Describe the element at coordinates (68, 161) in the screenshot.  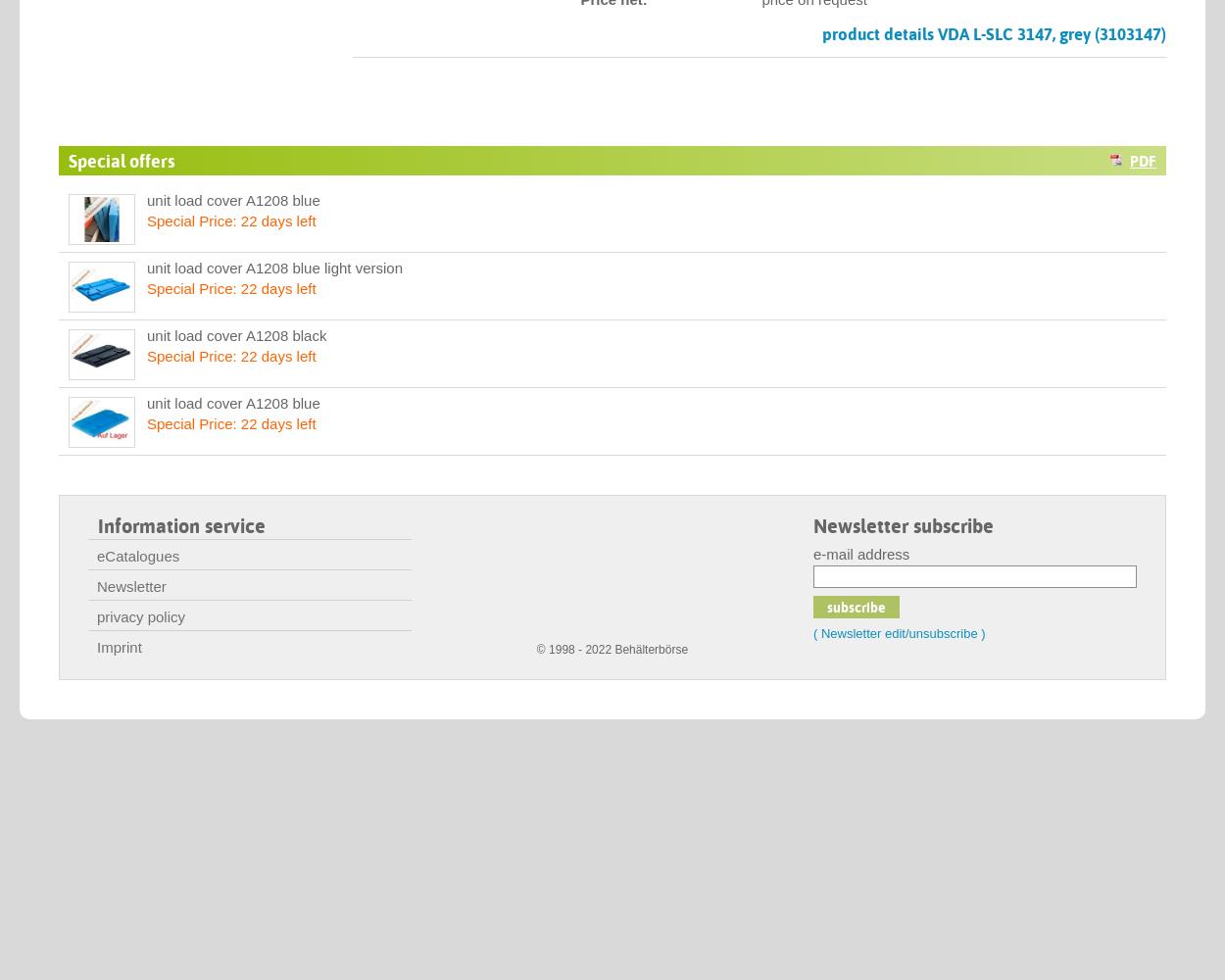
I see `'Special offers'` at that location.